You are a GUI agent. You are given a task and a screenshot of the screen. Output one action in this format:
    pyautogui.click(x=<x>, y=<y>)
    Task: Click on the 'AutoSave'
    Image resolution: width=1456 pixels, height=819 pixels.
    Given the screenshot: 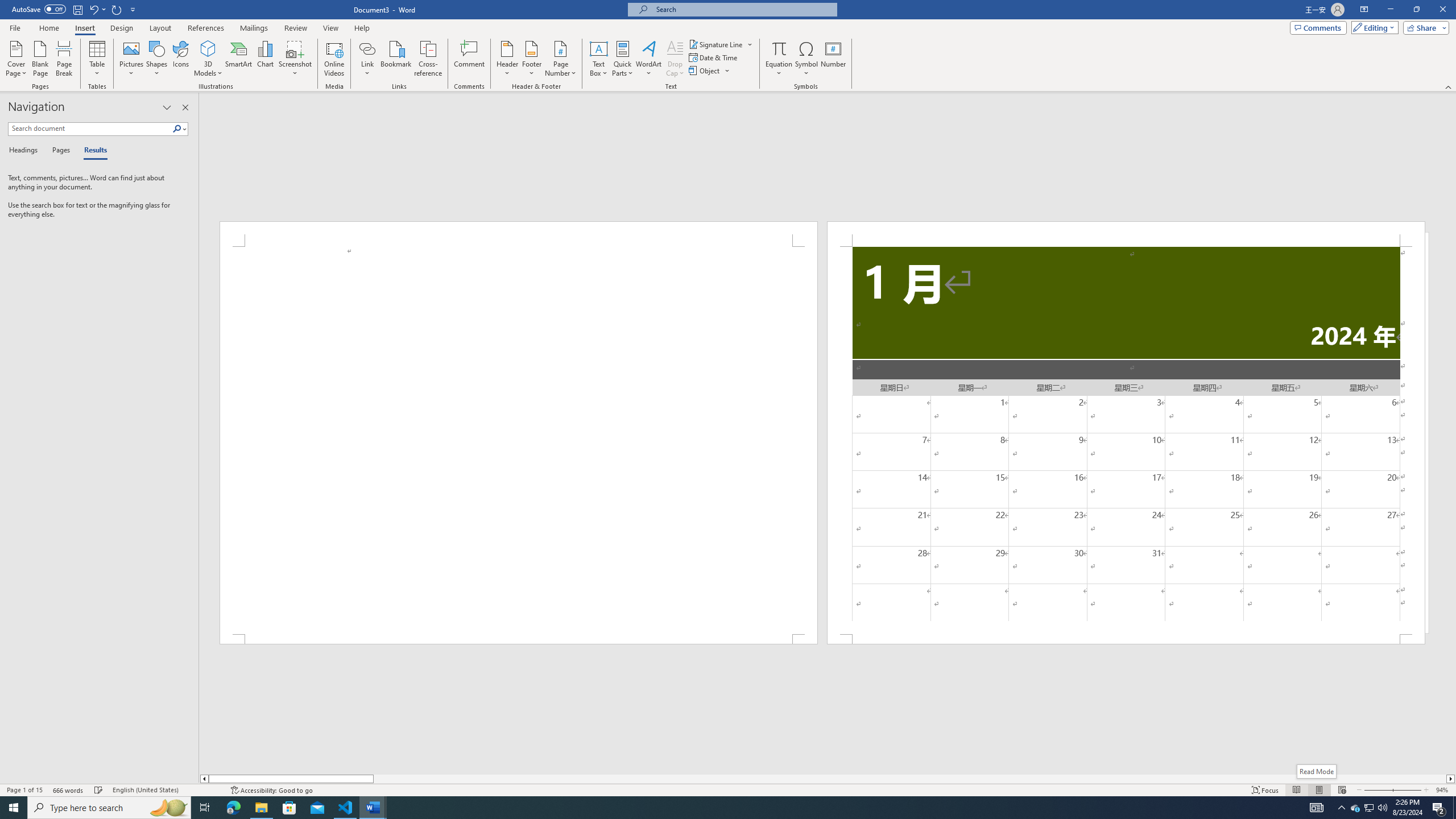 What is the action you would take?
    pyautogui.click(x=39, y=9)
    